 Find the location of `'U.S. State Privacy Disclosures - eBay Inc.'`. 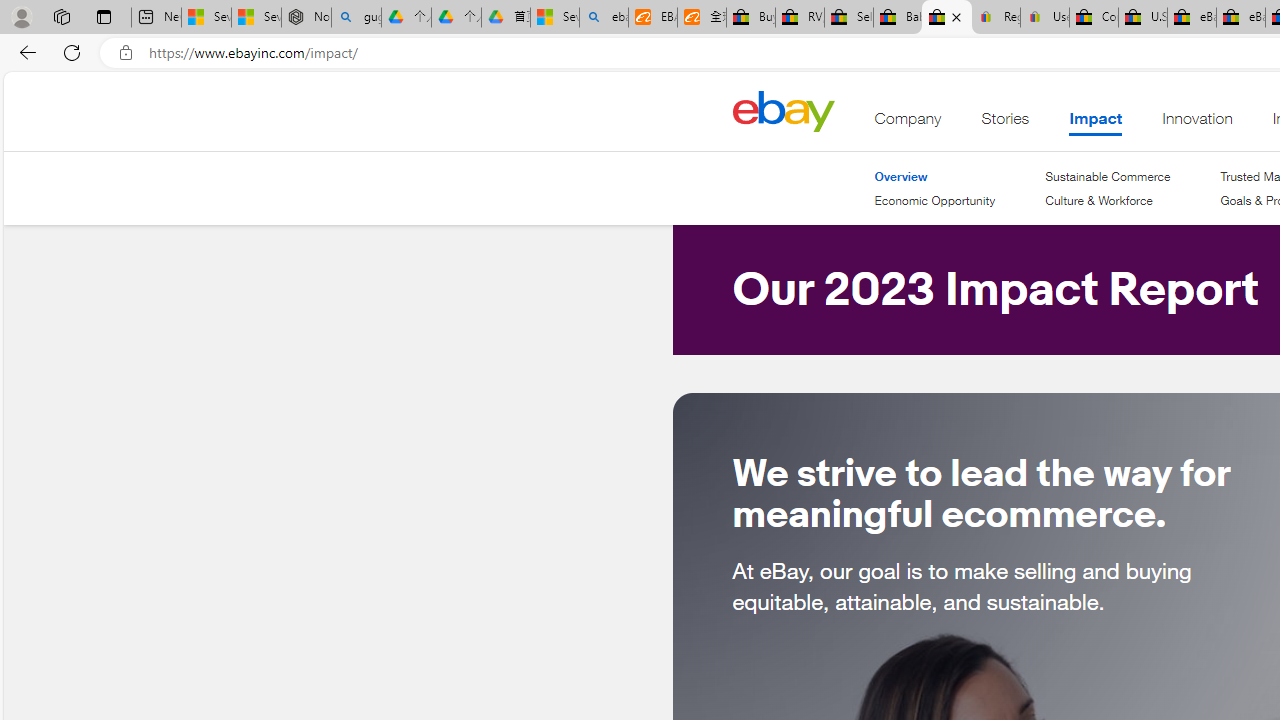

'U.S. State Privacy Disclosures - eBay Inc.' is located at coordinates (1143, 17).